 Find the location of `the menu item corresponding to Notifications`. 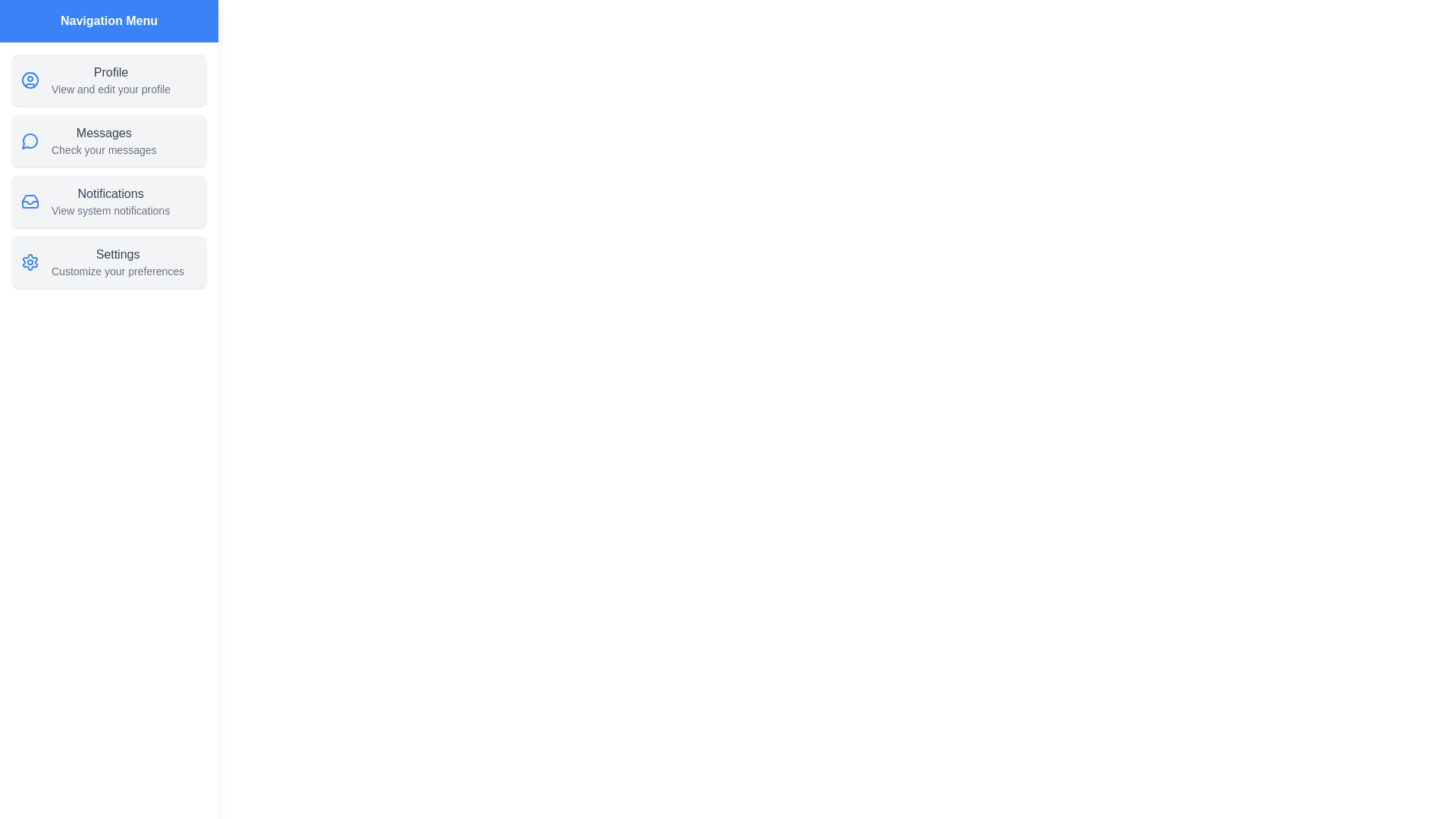

the menu item corresponding to Notifications is located at coordinates (108, 201).